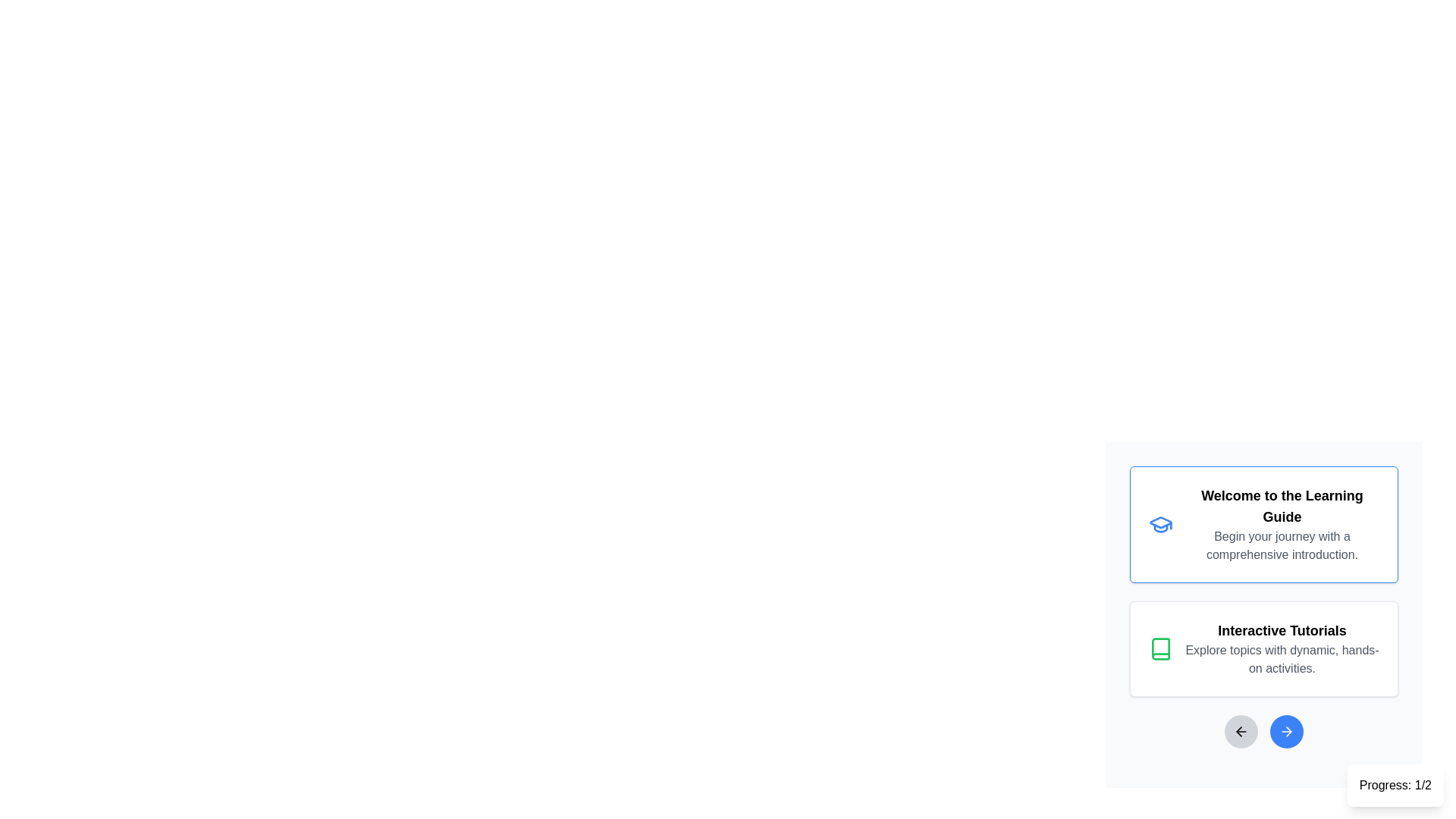  I want to click on the book icon with a green outline located to the left of the text in the 'Interactive Tutorials' card, so click(1160, 648).